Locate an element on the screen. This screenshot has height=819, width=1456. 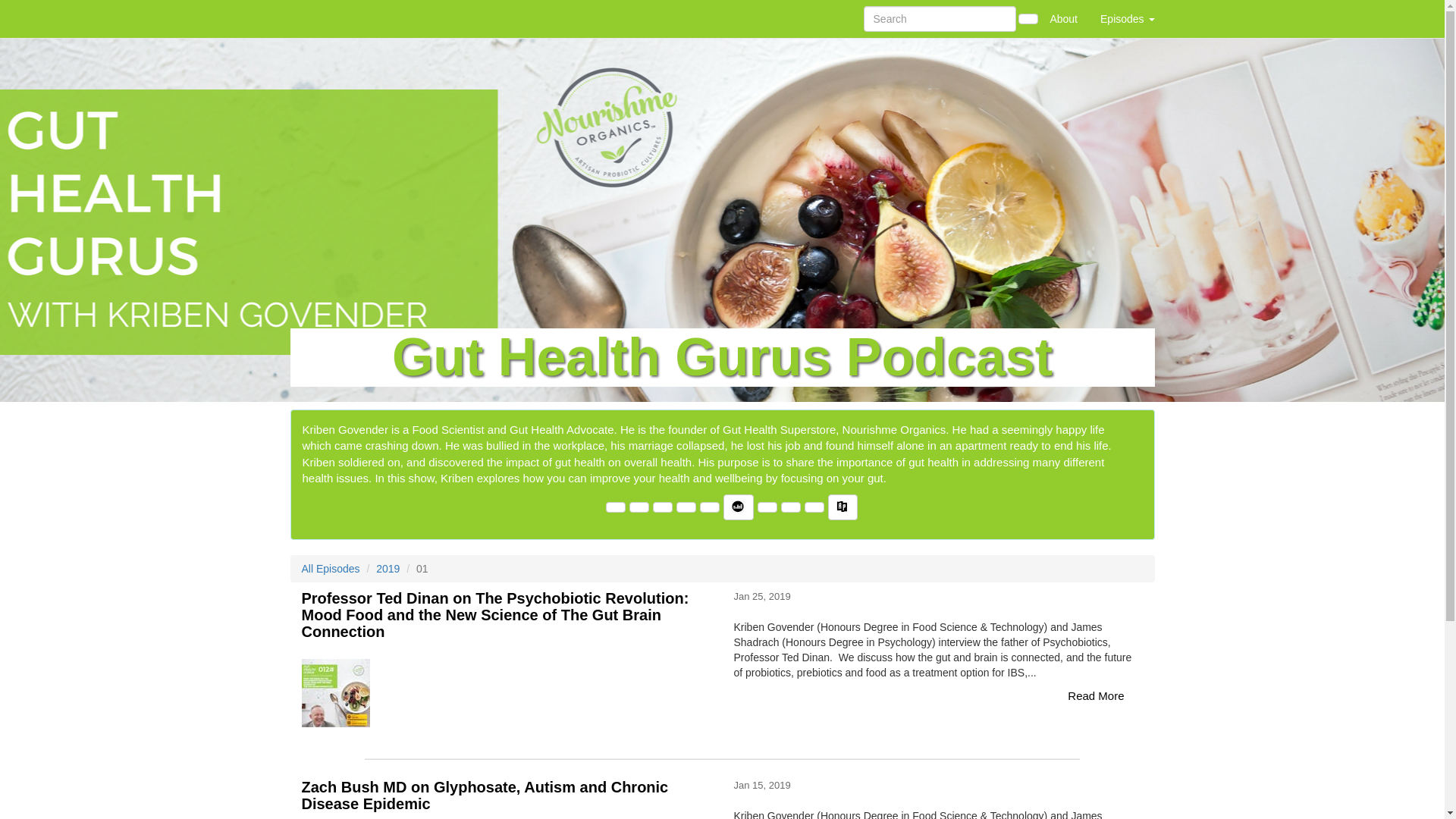
'Episodes' is located at coordinates (1087, 18).